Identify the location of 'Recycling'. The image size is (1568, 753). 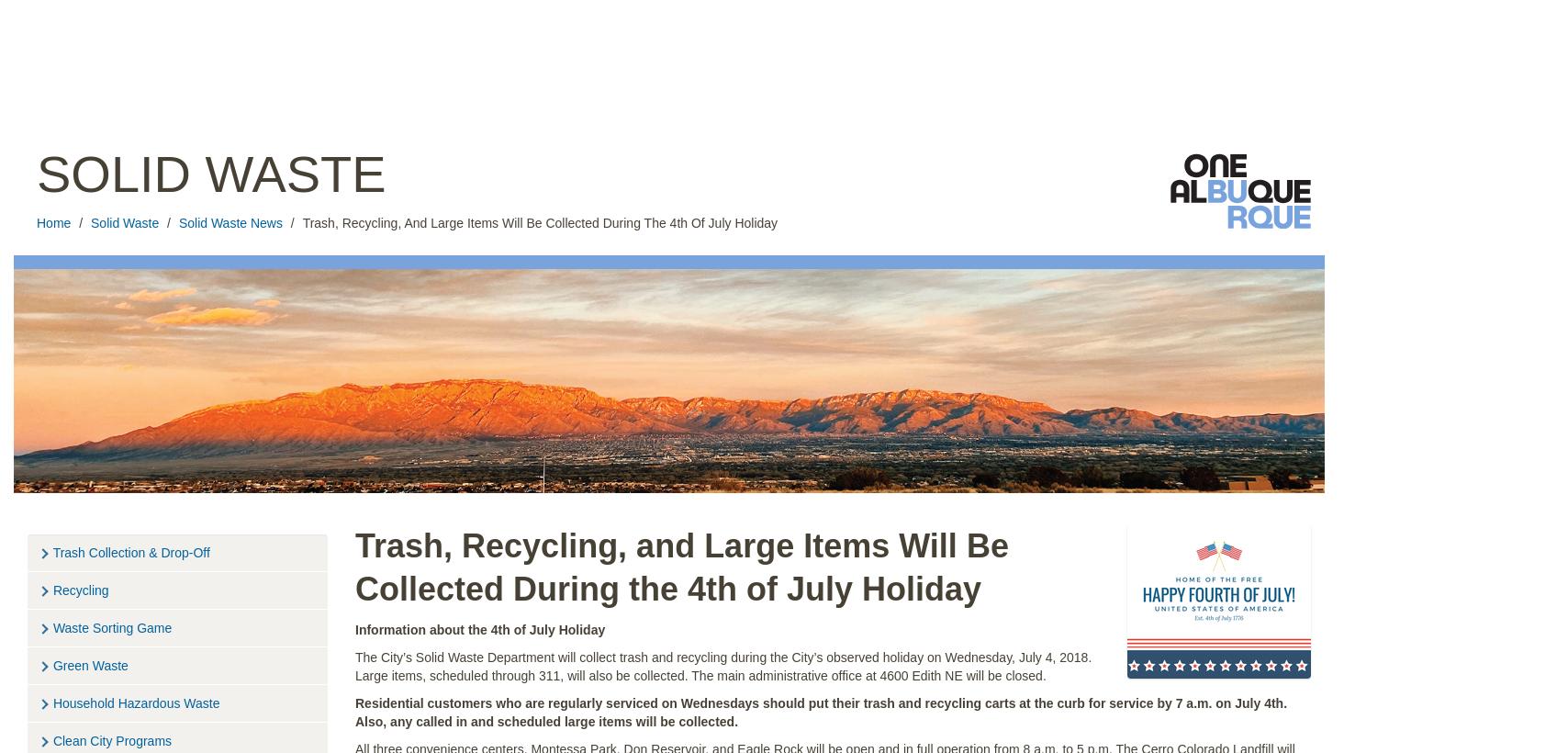
(79, 588).